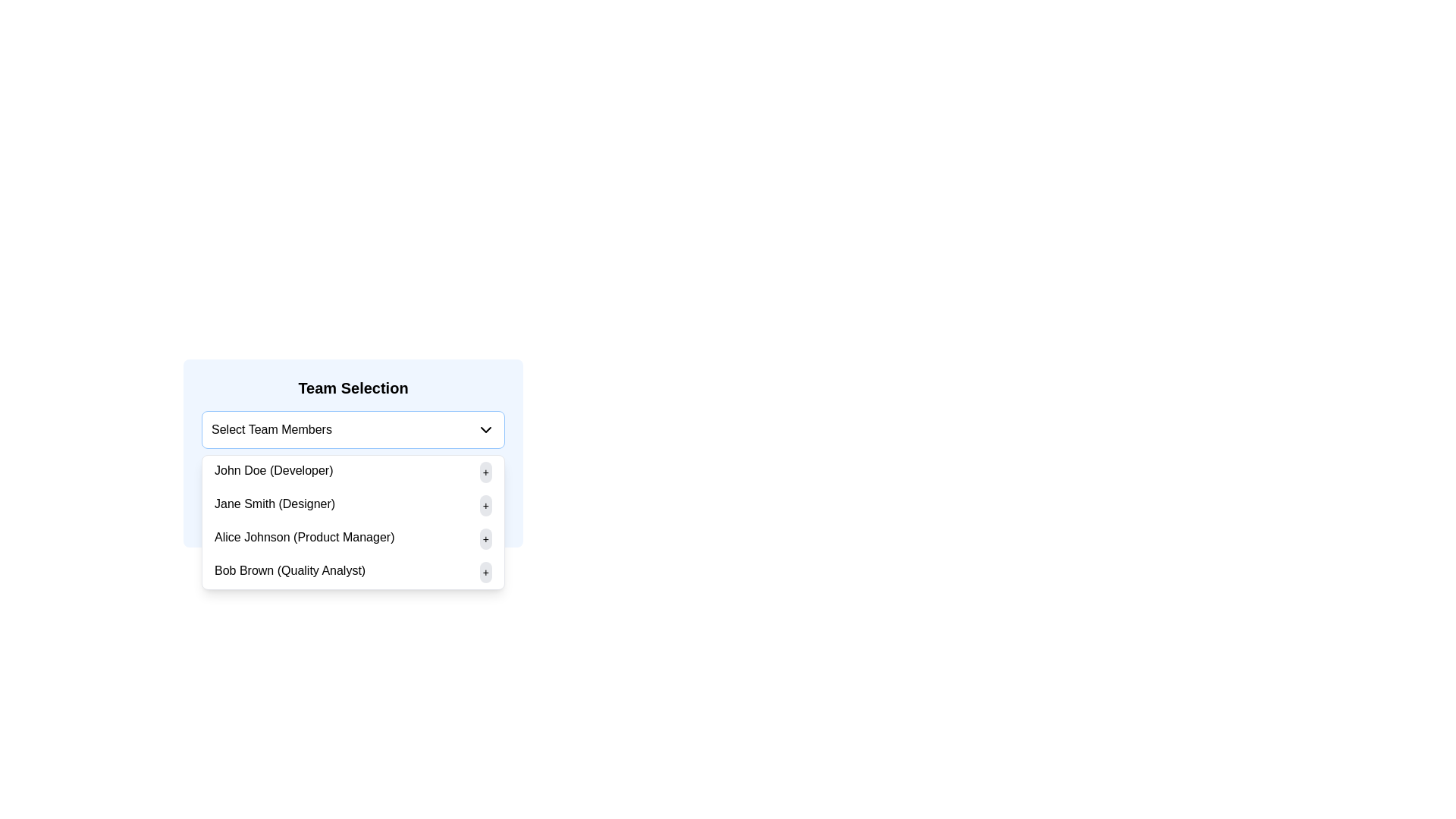 The width and height of the screenshot is (1456, 819). I want to click on the action button located at the far-right end of the list item labeled 'Alice Johnson (Product Manager)', so click(485, 538).